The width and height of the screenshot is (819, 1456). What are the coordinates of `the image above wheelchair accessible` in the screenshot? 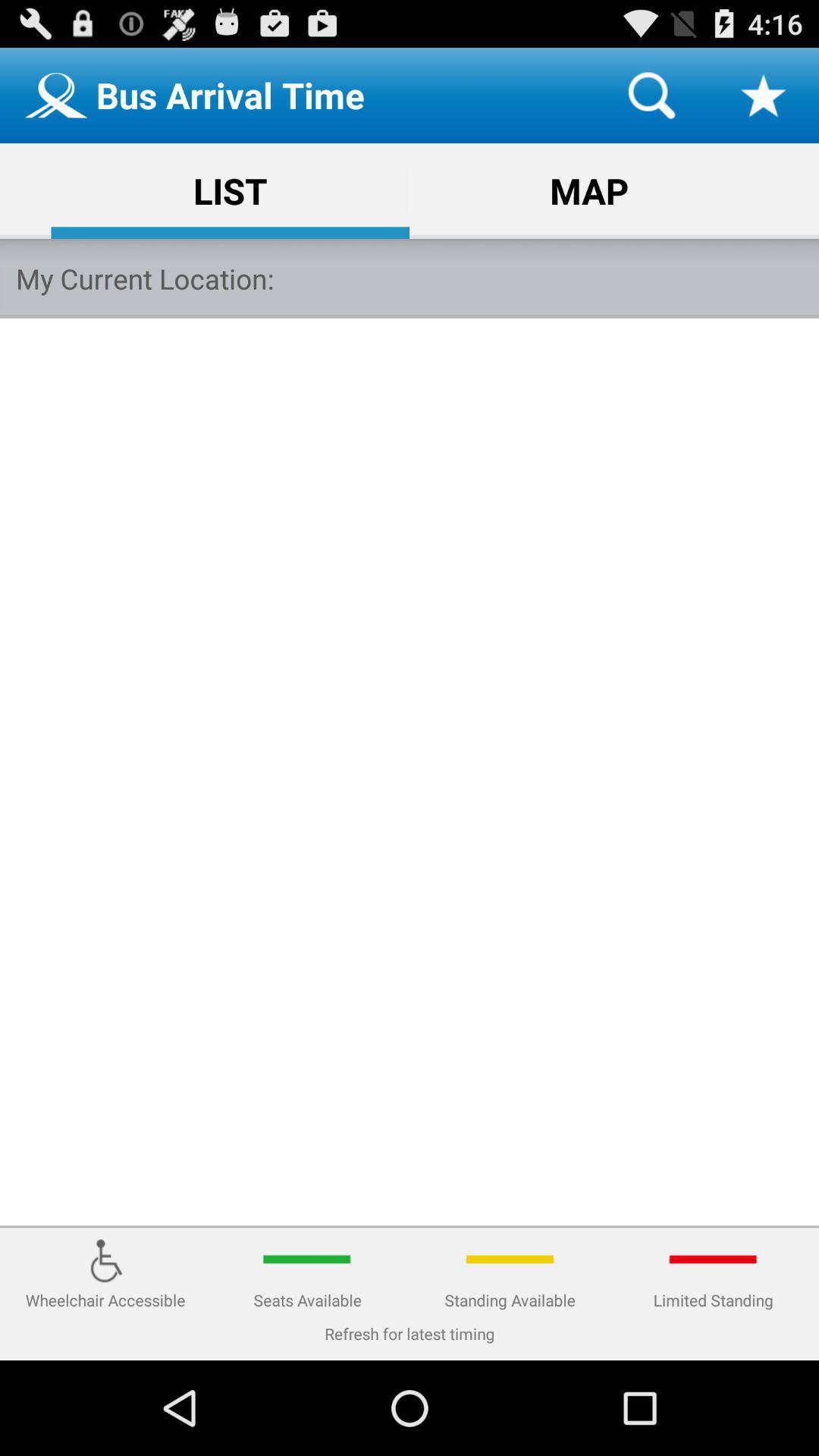 It's located at (104, 1259).